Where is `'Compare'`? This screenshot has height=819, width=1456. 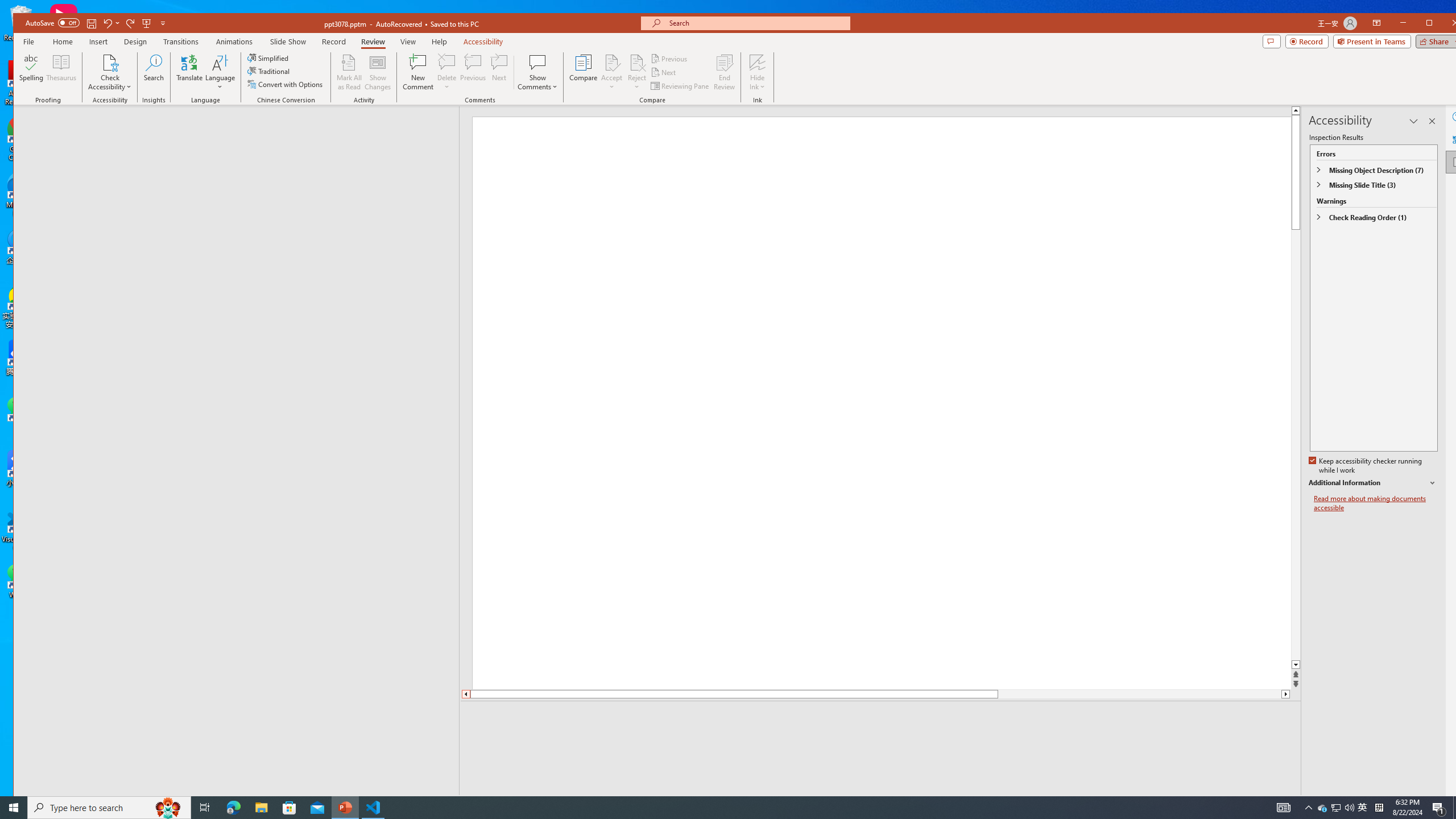
'Compare' is located at coordinates (582, 72).